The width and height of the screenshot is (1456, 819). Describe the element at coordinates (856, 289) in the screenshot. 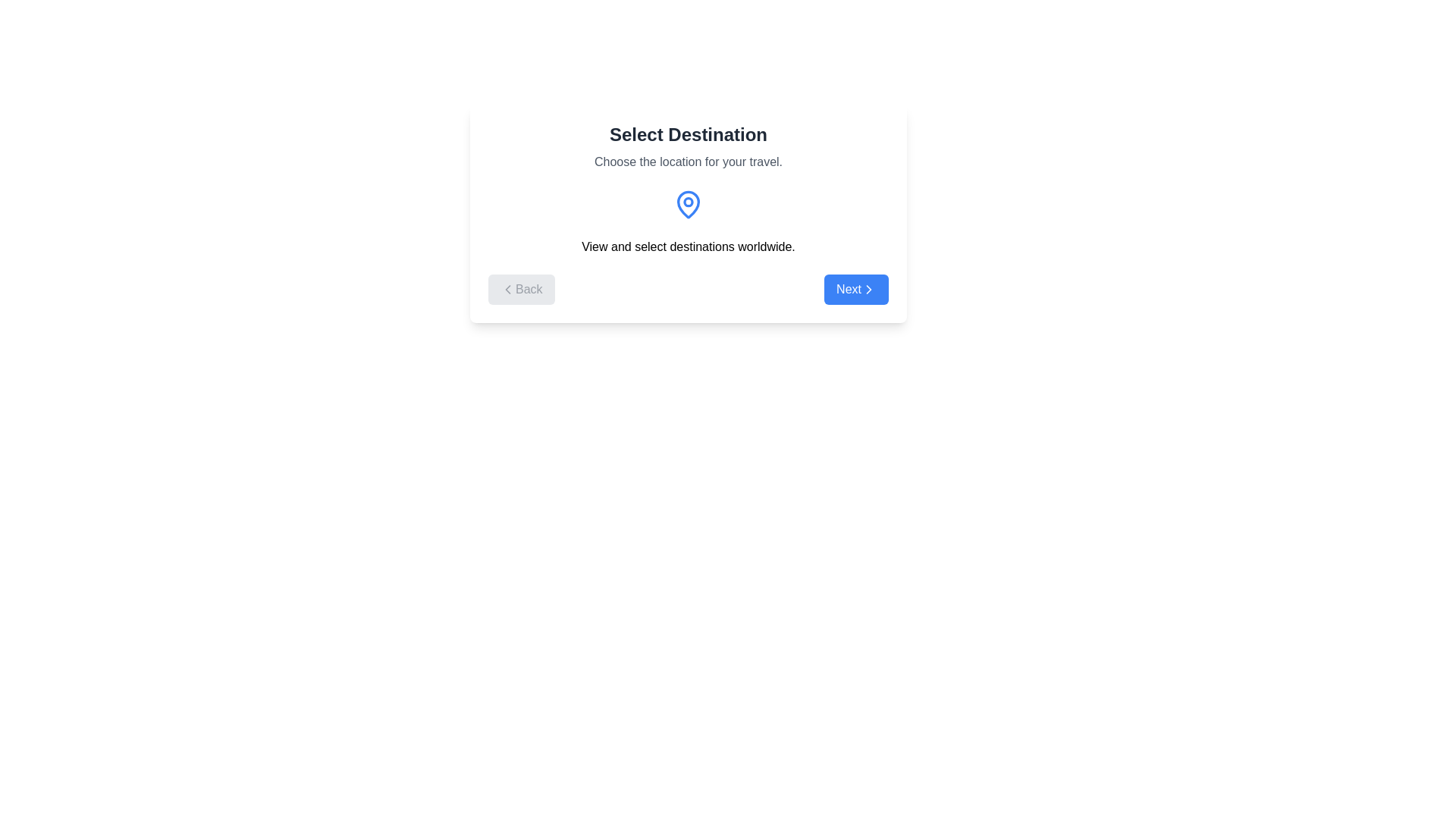

I see `the 'Next' button, which is a rectangular button with a blue background and white text, featuring rounded corners and a right-pointing chevron icon, located in the bottom-right corner of the content area` at that location.